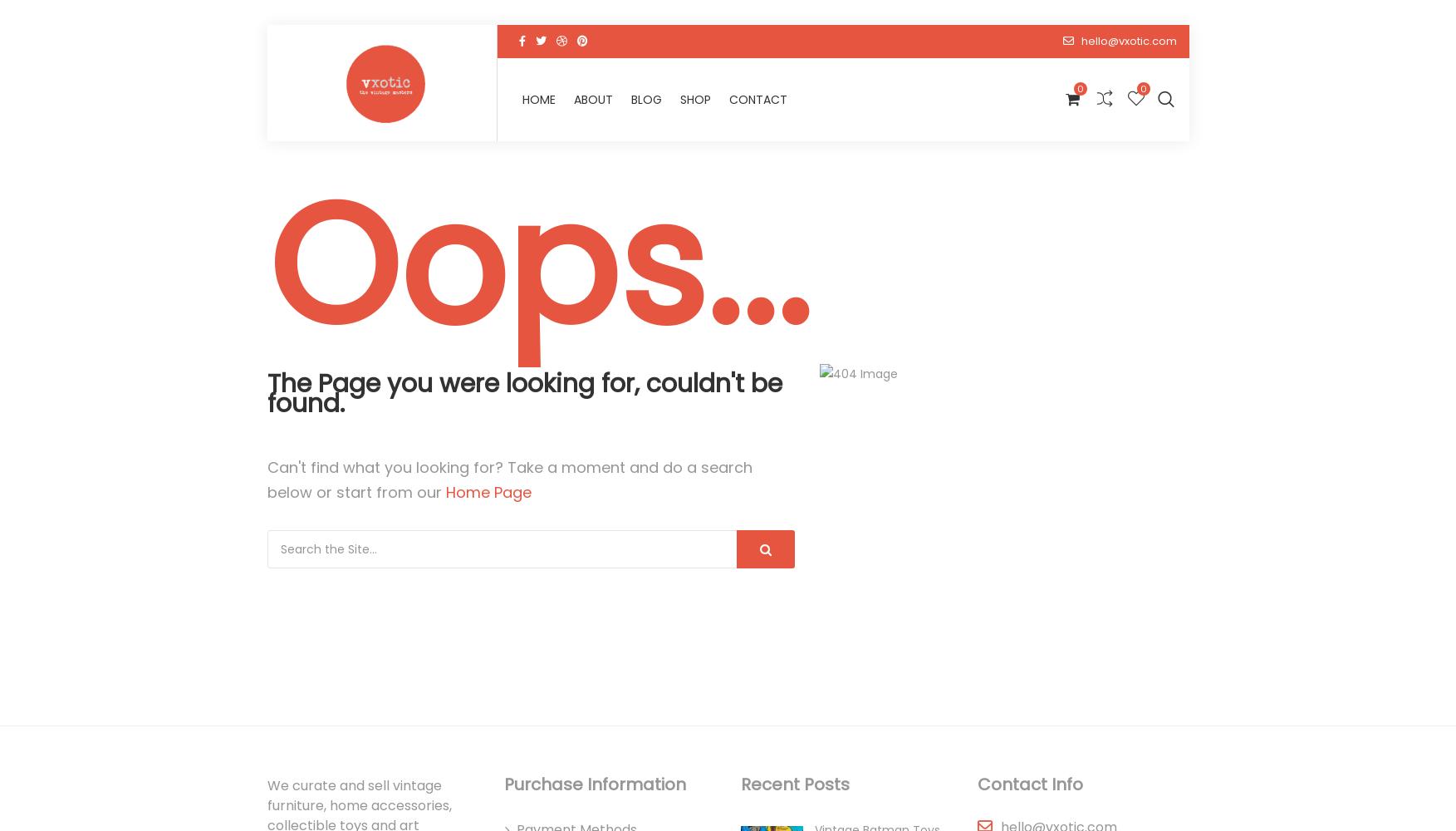 The height and width of the screenshot is (831, 1456). I want to click on 'Oops...', so click(537, 265).